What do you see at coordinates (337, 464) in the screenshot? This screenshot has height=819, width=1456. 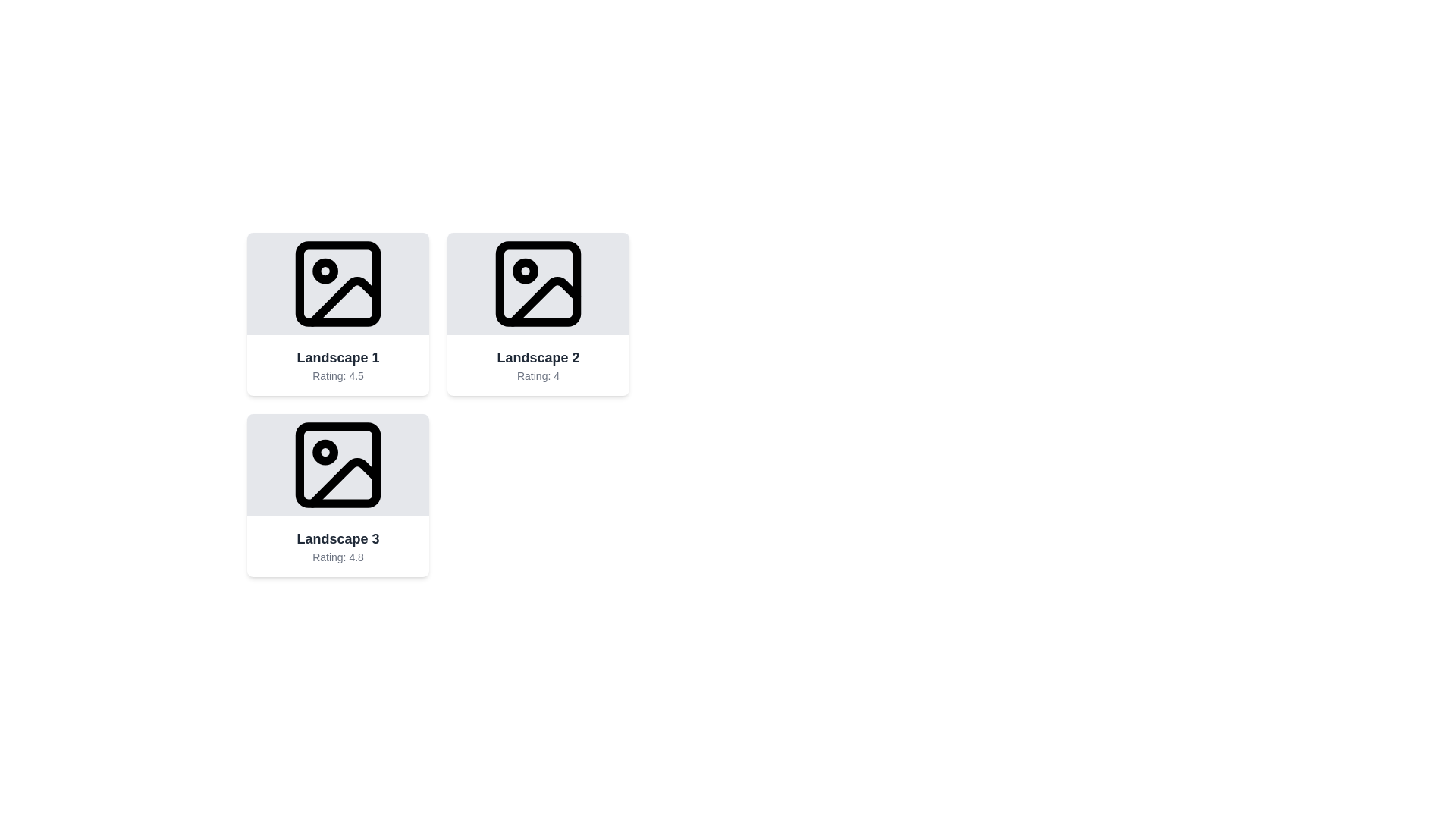 I see `the Image Placeholder representing 'Landscape 3'` at bounding box center [337, 464].